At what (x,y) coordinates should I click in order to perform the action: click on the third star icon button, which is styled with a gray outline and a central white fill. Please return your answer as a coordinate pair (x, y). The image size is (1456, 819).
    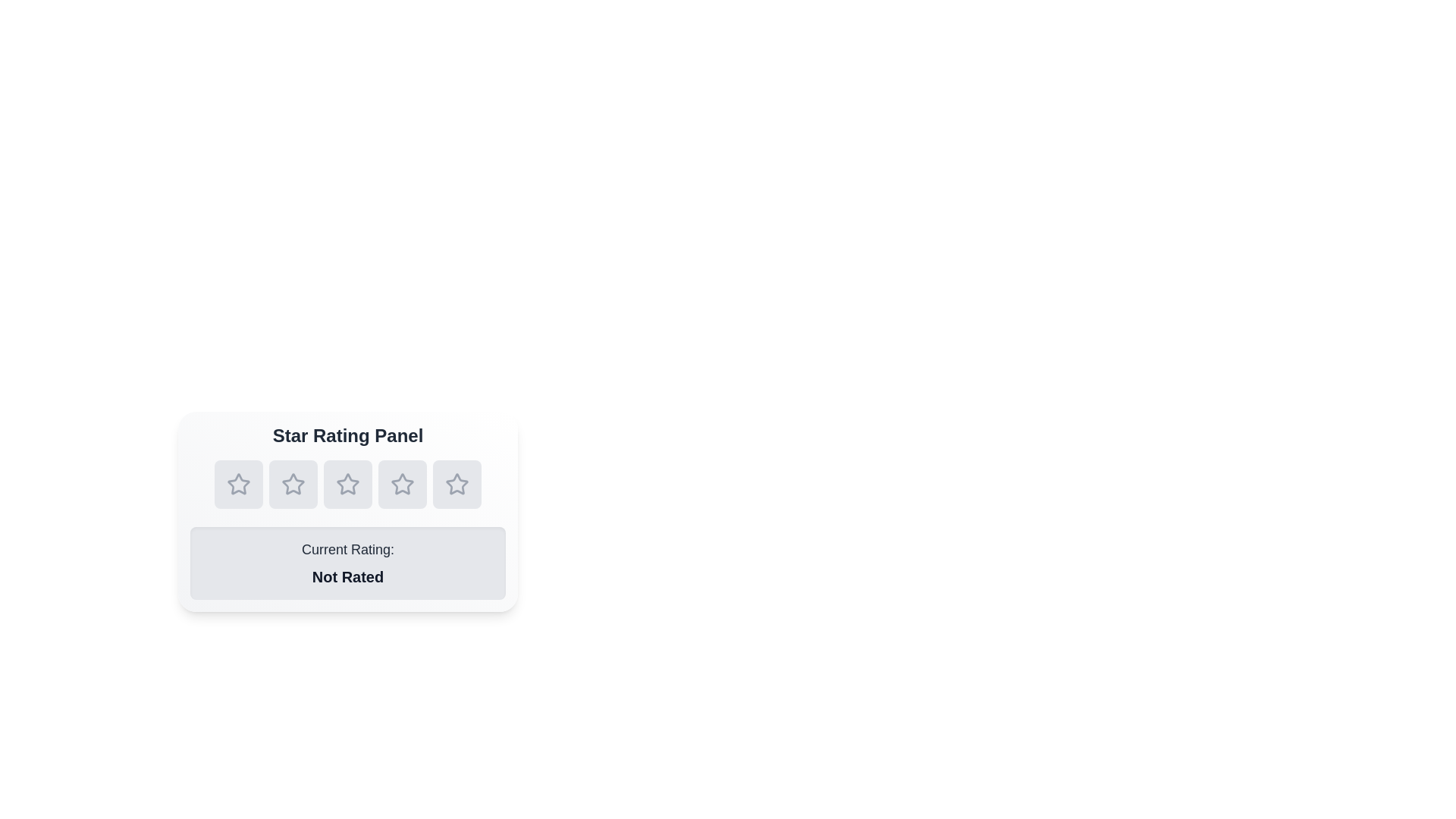
    Looking at the image, I should click on (403, 485).